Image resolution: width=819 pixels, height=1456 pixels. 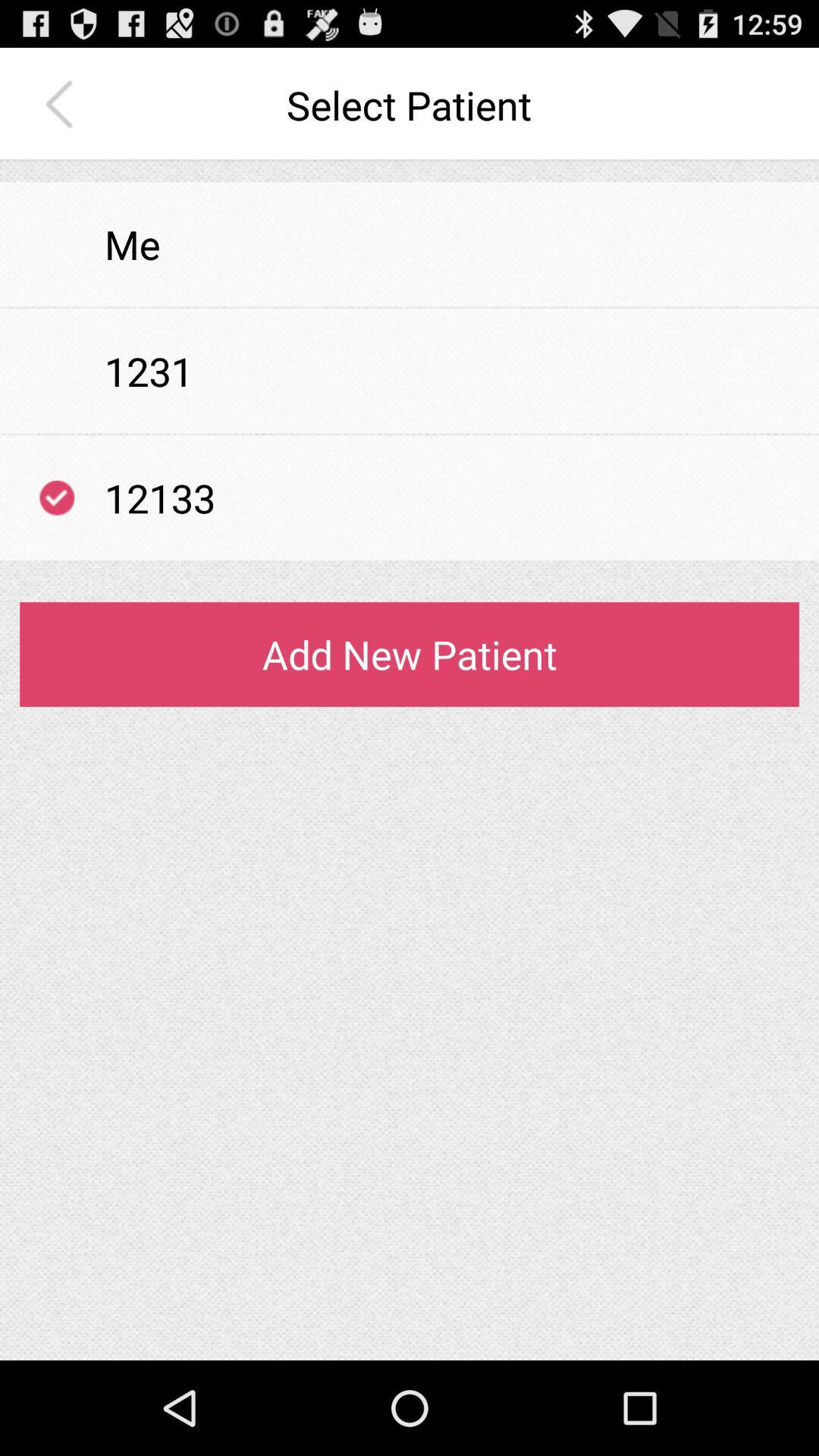 What do you see at coordinates (409, 560) in the screenshot?
I see `item above the add new patient` at bounding box center [409, 560].